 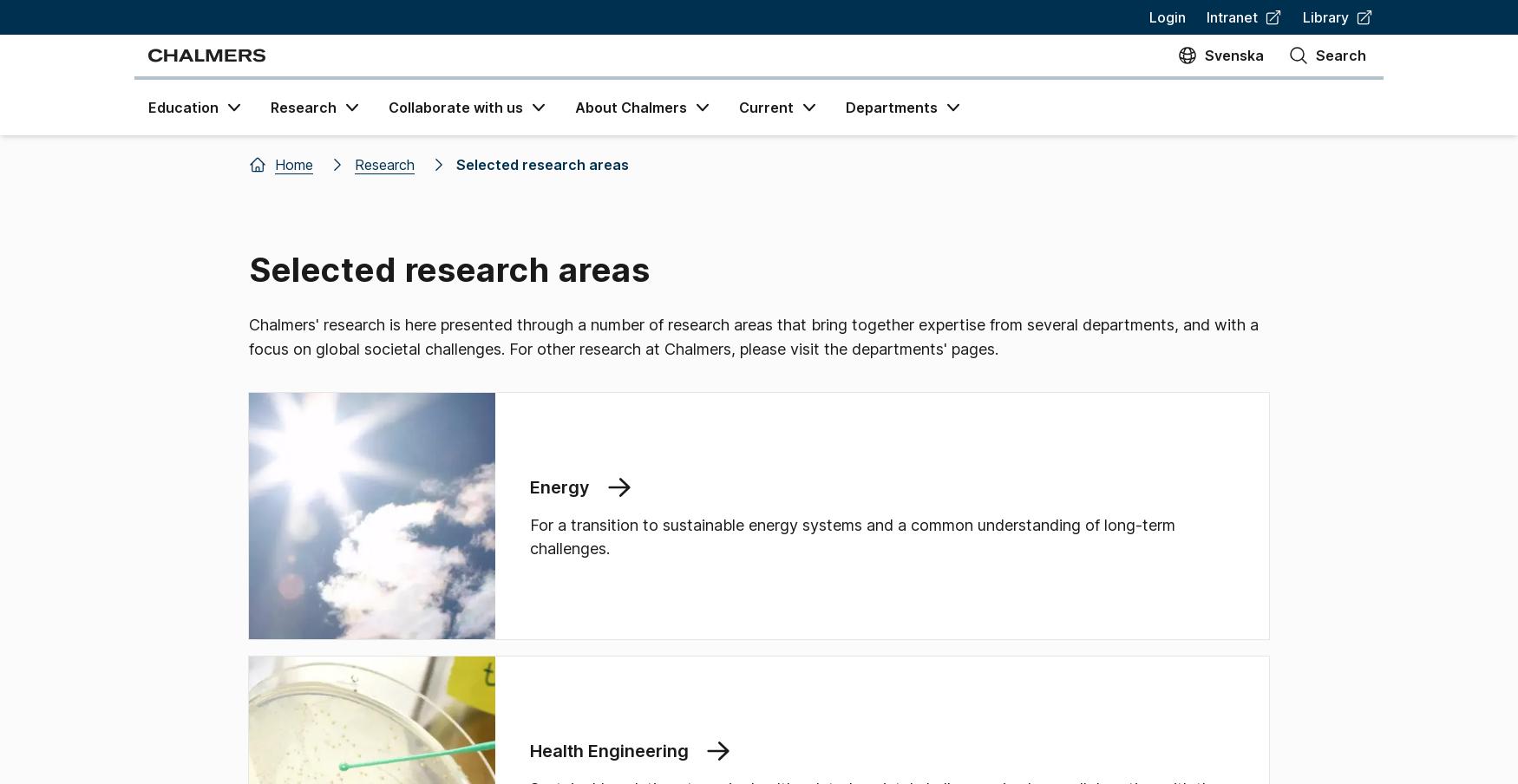 I want to click on 'Current', so click(x=765, y=107).